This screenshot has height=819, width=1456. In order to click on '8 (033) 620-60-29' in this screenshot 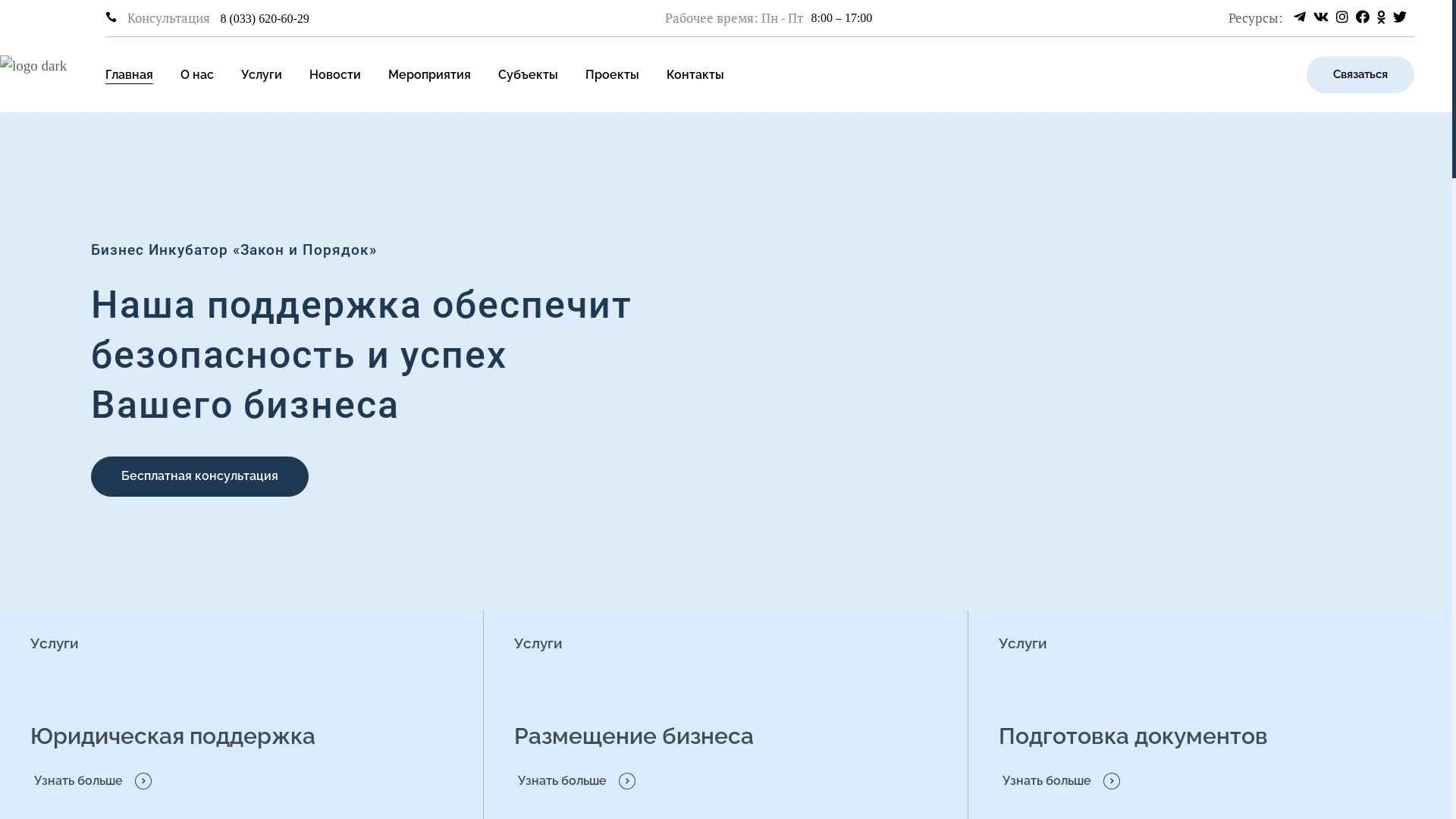, I will do `click(265, 18)`.